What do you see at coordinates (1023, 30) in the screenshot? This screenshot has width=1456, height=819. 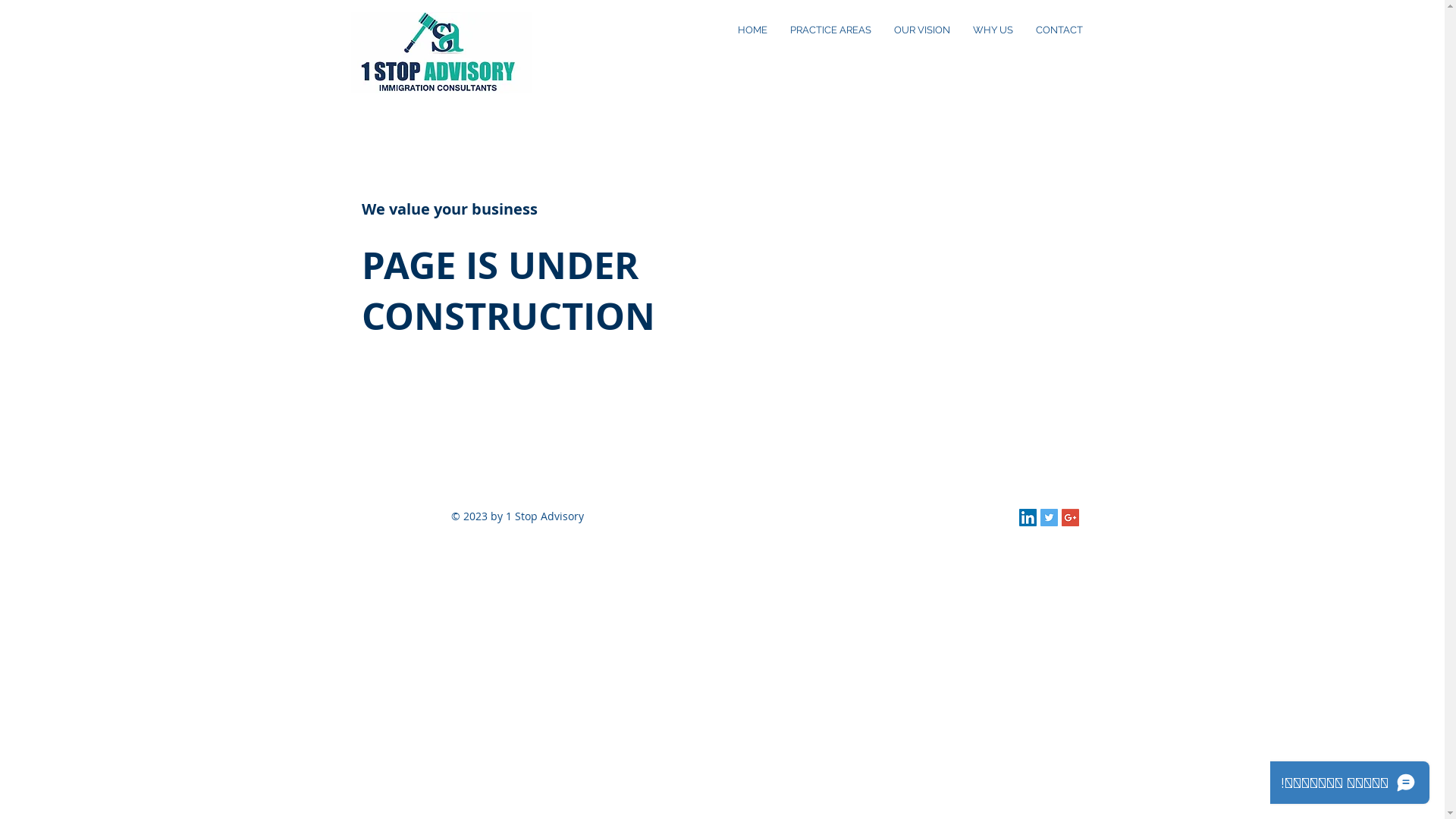 I see `'CONTACT'` at bounding box center [1023, 30].